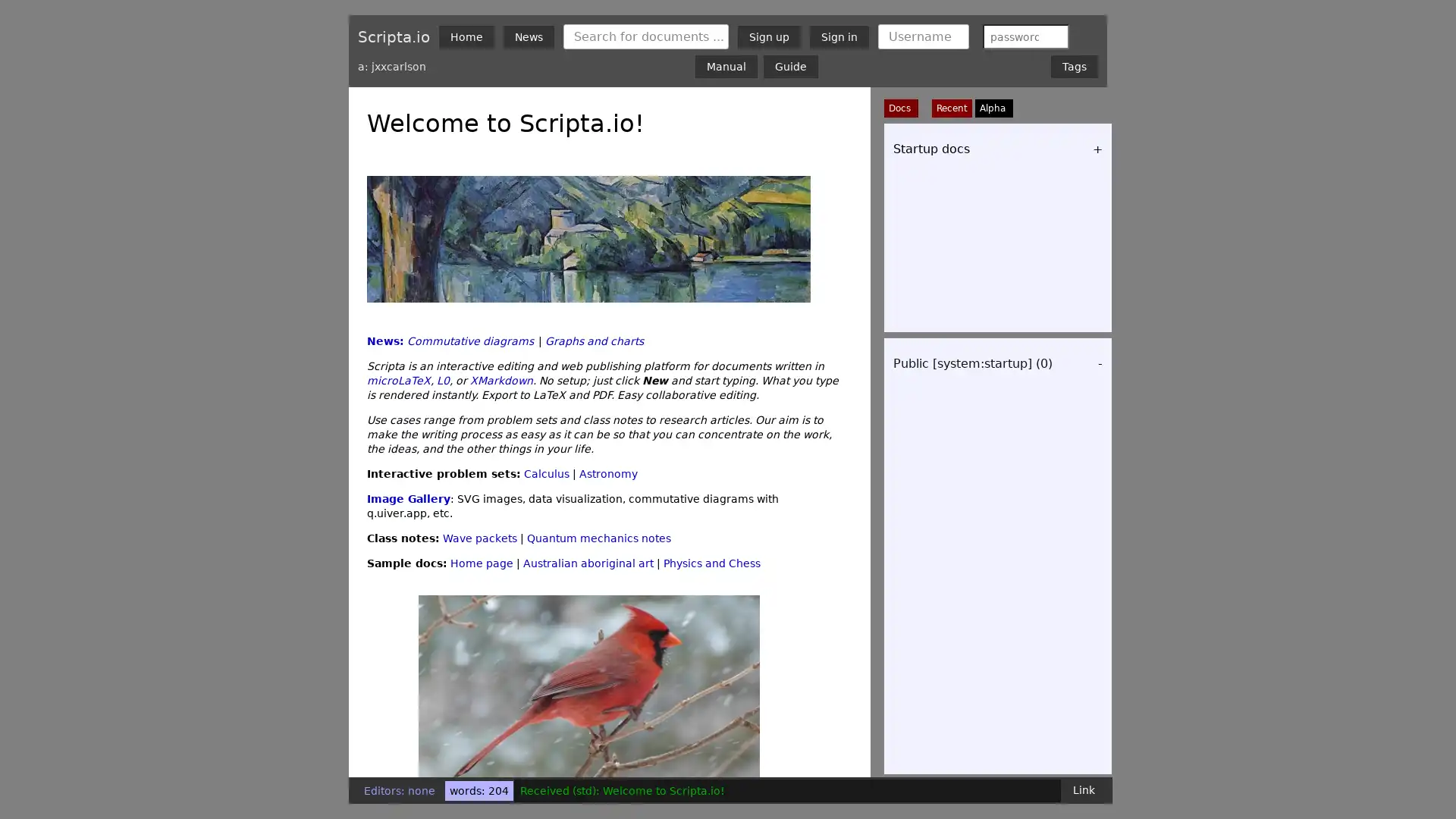 Image resolution: width=1456 pixels, height=819 pixels. What do you see at coordinates (529, 35) in the screenshot?
I see `News` at bounding box center [529, 35].